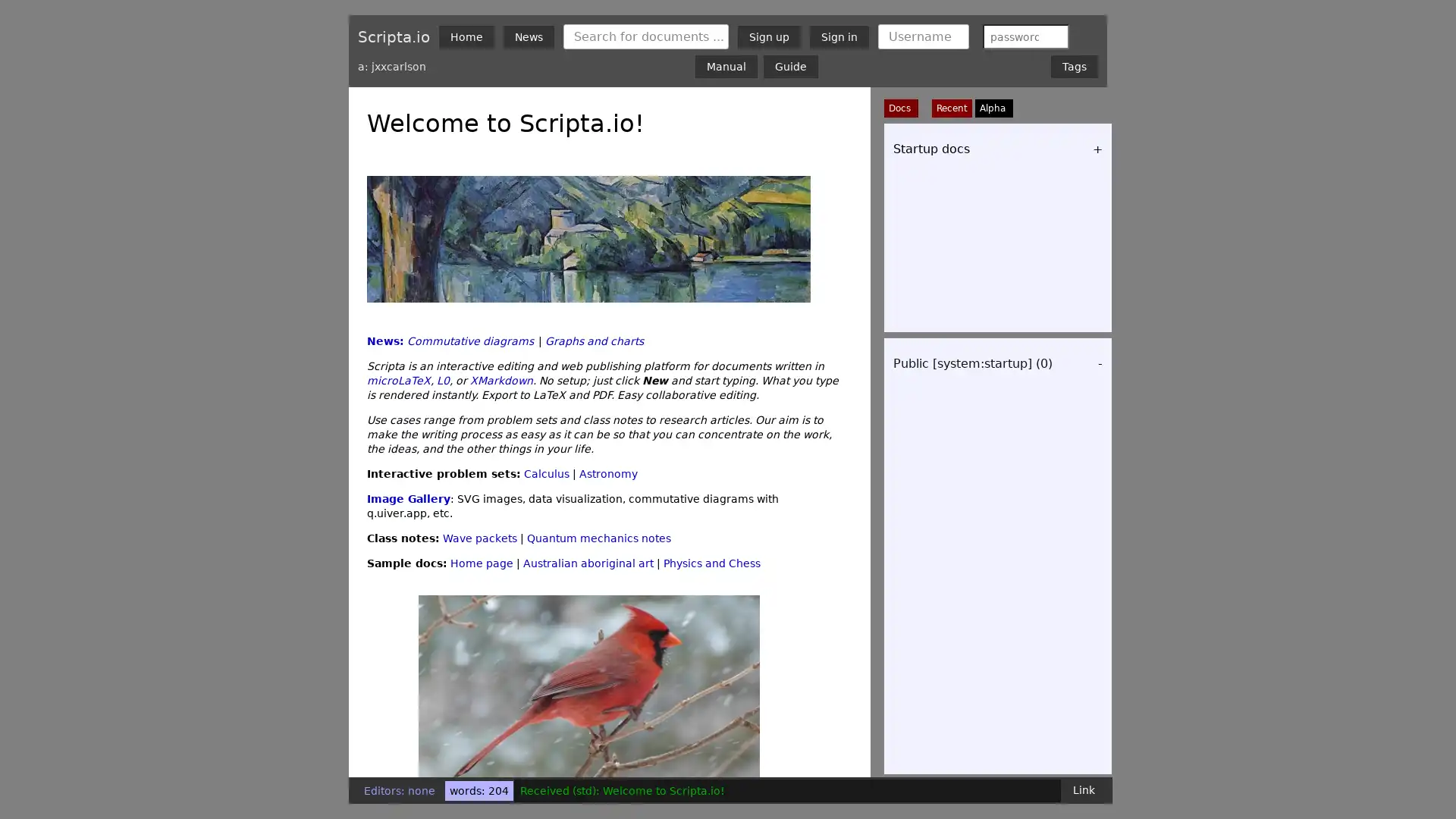 Image resolution: width=1456 pixels, height=819 pixels. What do you see at coordinates (529, 35) in the screenshot?
I see `News` at bounding box center [529, 35].